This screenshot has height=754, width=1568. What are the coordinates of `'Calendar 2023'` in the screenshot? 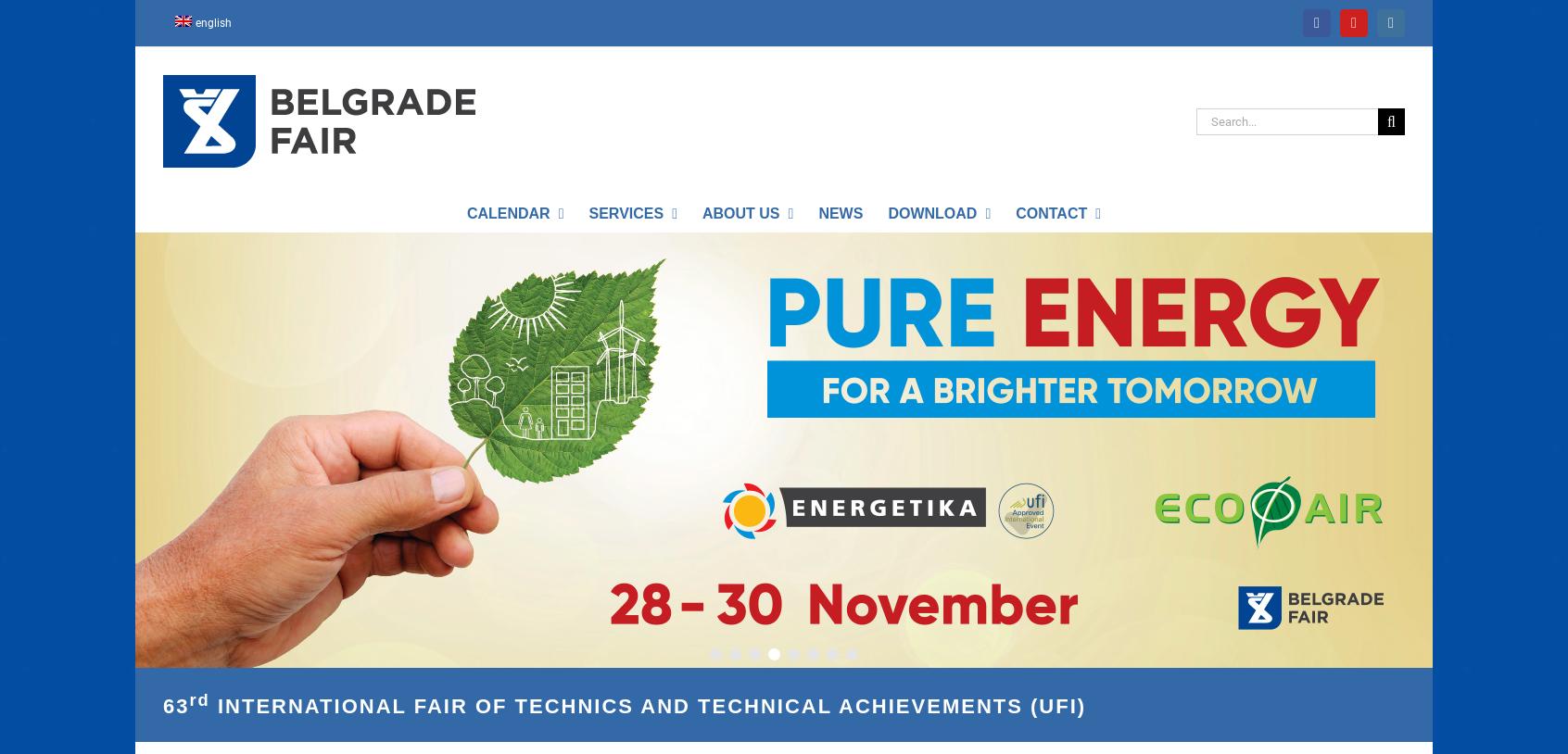 It's located at (514, 249).